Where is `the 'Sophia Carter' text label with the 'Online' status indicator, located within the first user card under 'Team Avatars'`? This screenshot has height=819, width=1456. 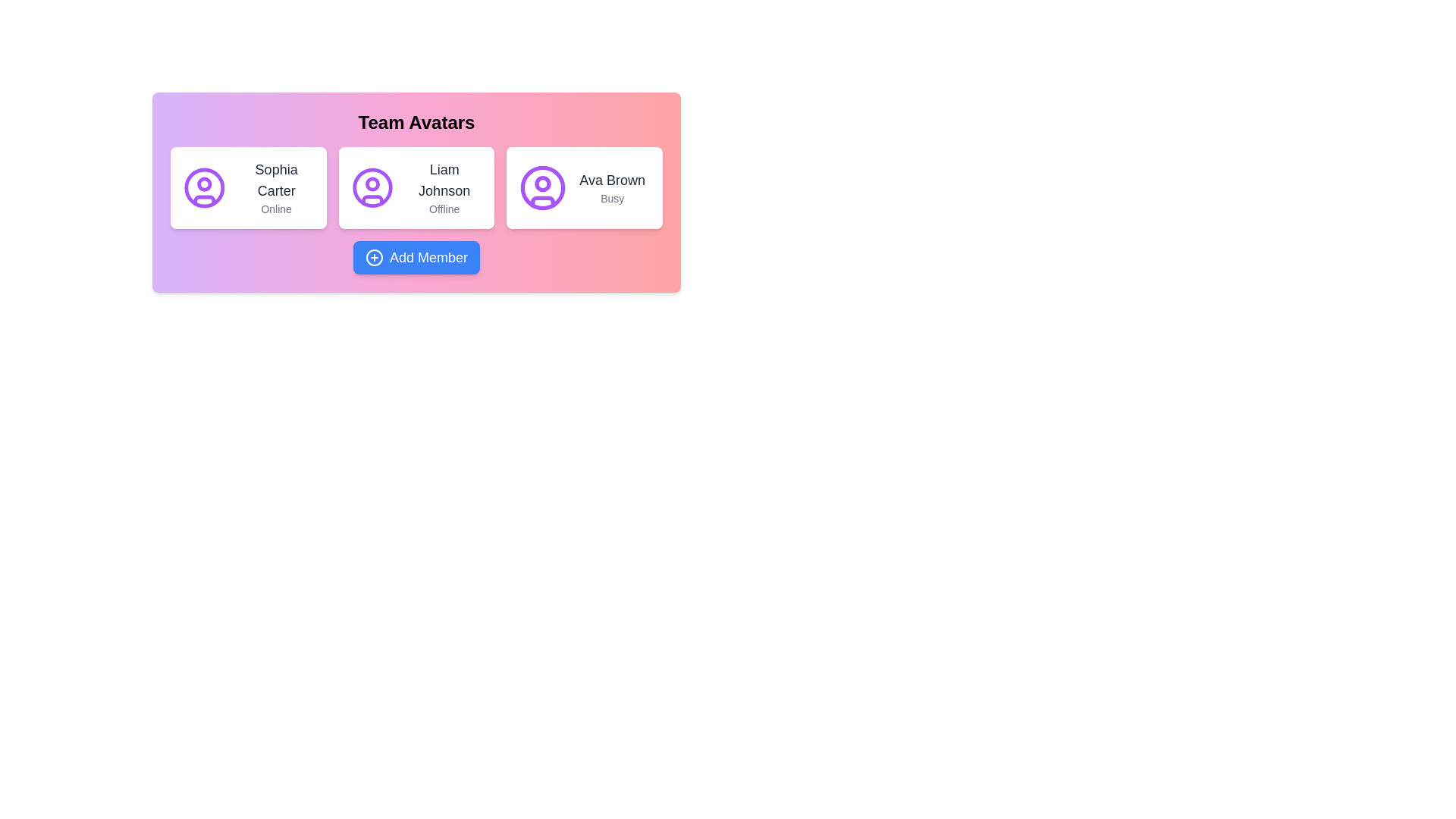 the 'Sophia Carter' text label with the 'Online' status indicator, located within the first user card under 'Team Avatars' is located at coordinates (276, 187).